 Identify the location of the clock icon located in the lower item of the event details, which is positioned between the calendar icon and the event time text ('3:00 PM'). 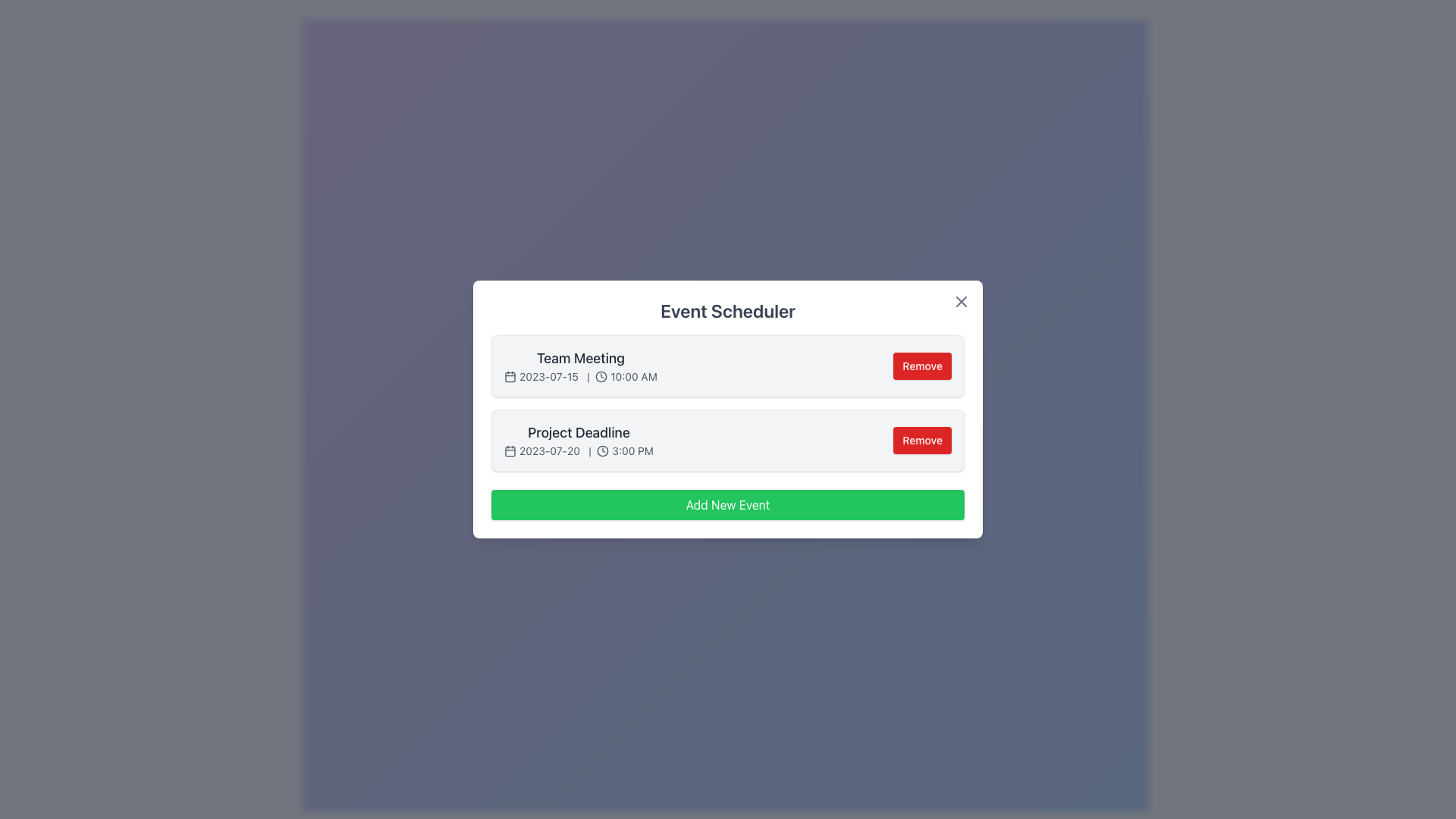
(602, 450).